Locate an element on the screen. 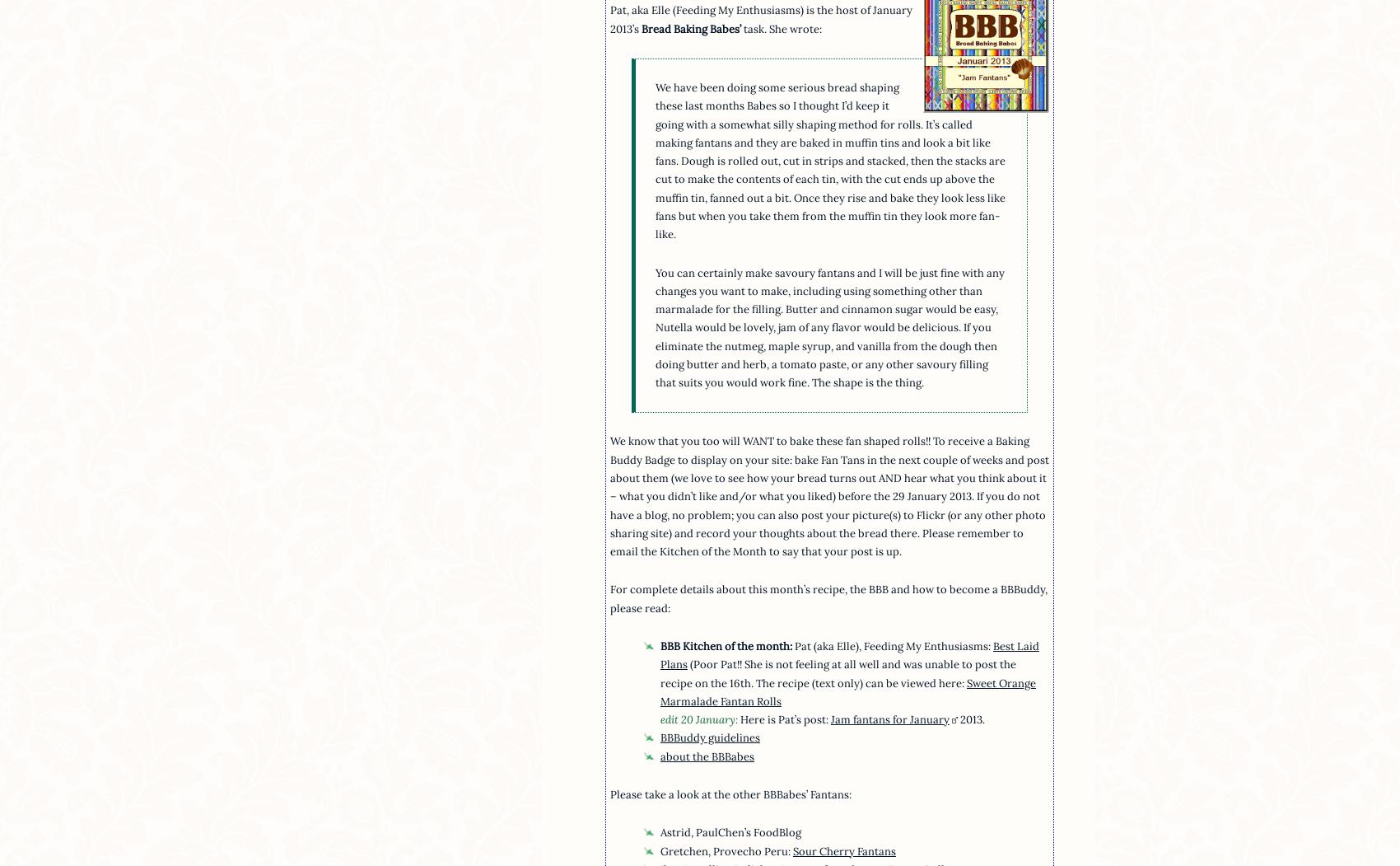  'Here is Pat’s post:' is located at coordinates (785, 719).